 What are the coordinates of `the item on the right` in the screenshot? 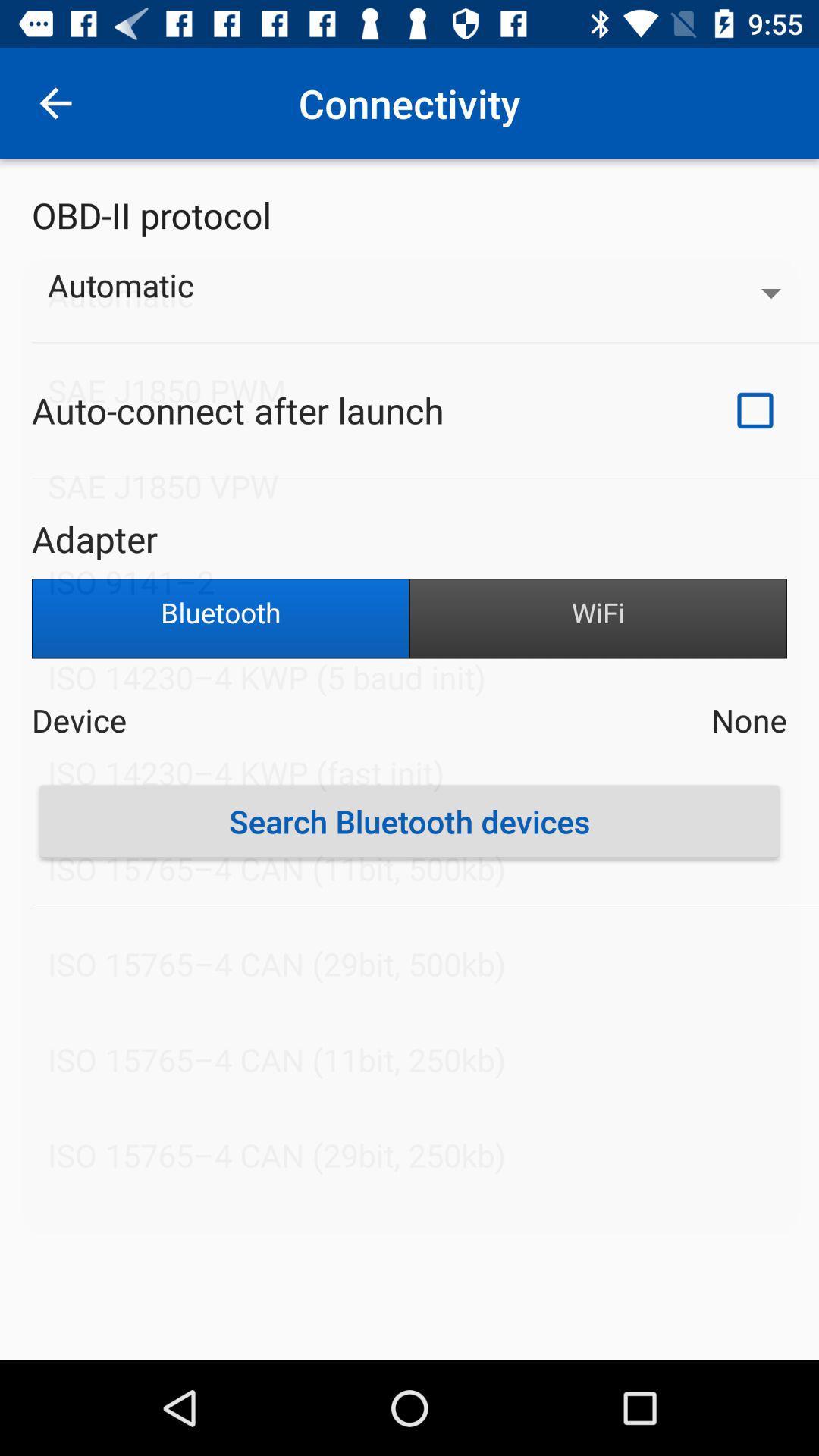 It's located at (598, 619).